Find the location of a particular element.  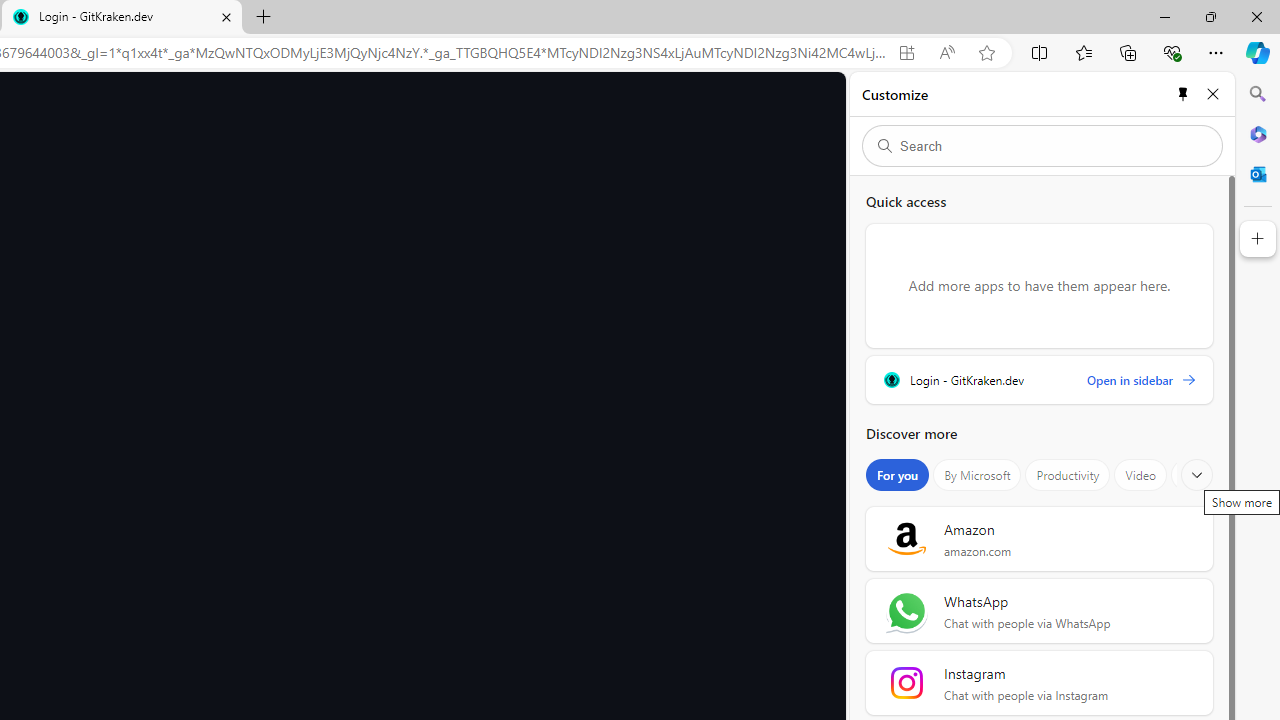

'For you' is located at coordinates (897, 475).